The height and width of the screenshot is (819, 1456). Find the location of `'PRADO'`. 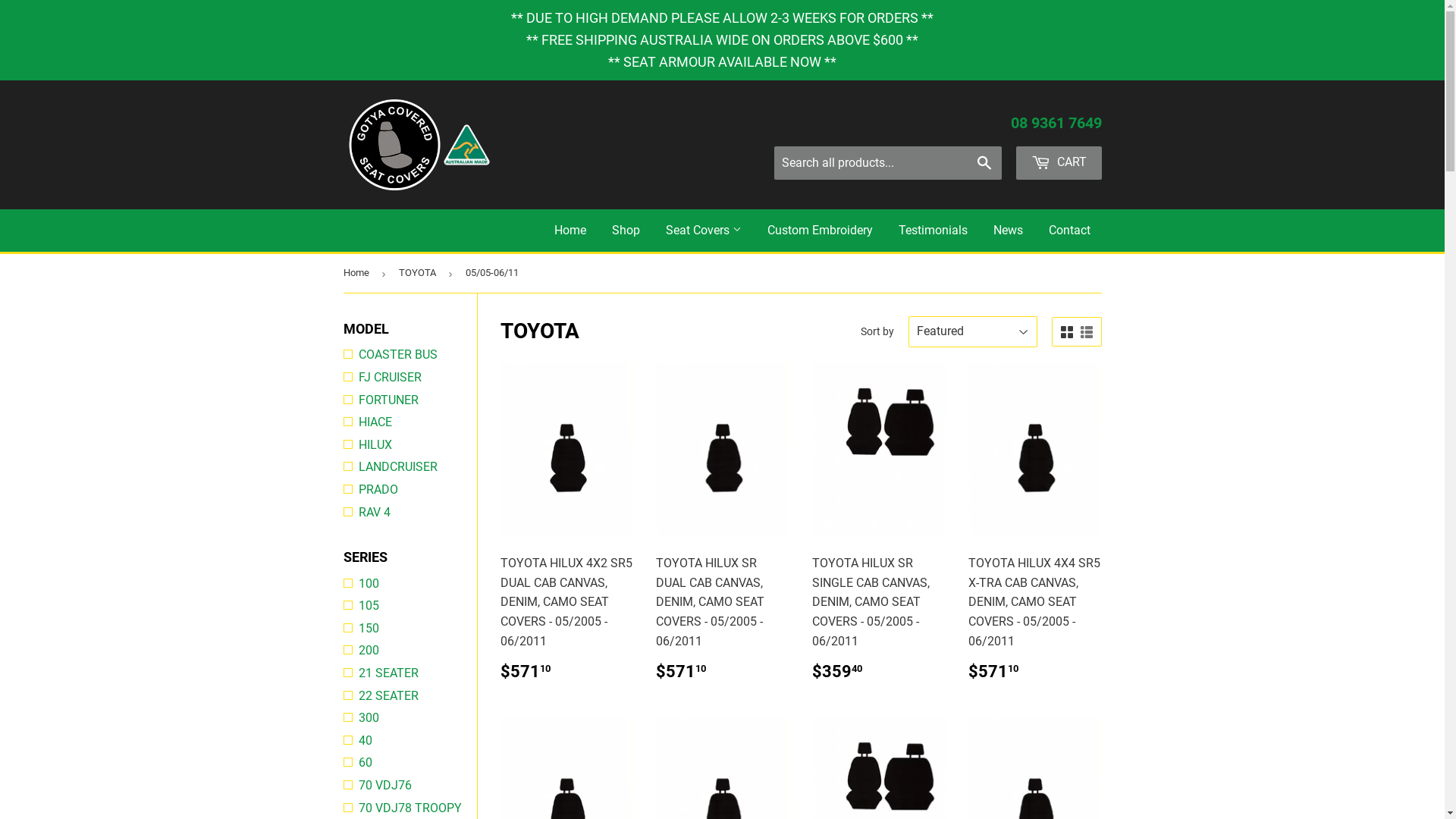

'PRADO' is located at coordinates (409, 489).